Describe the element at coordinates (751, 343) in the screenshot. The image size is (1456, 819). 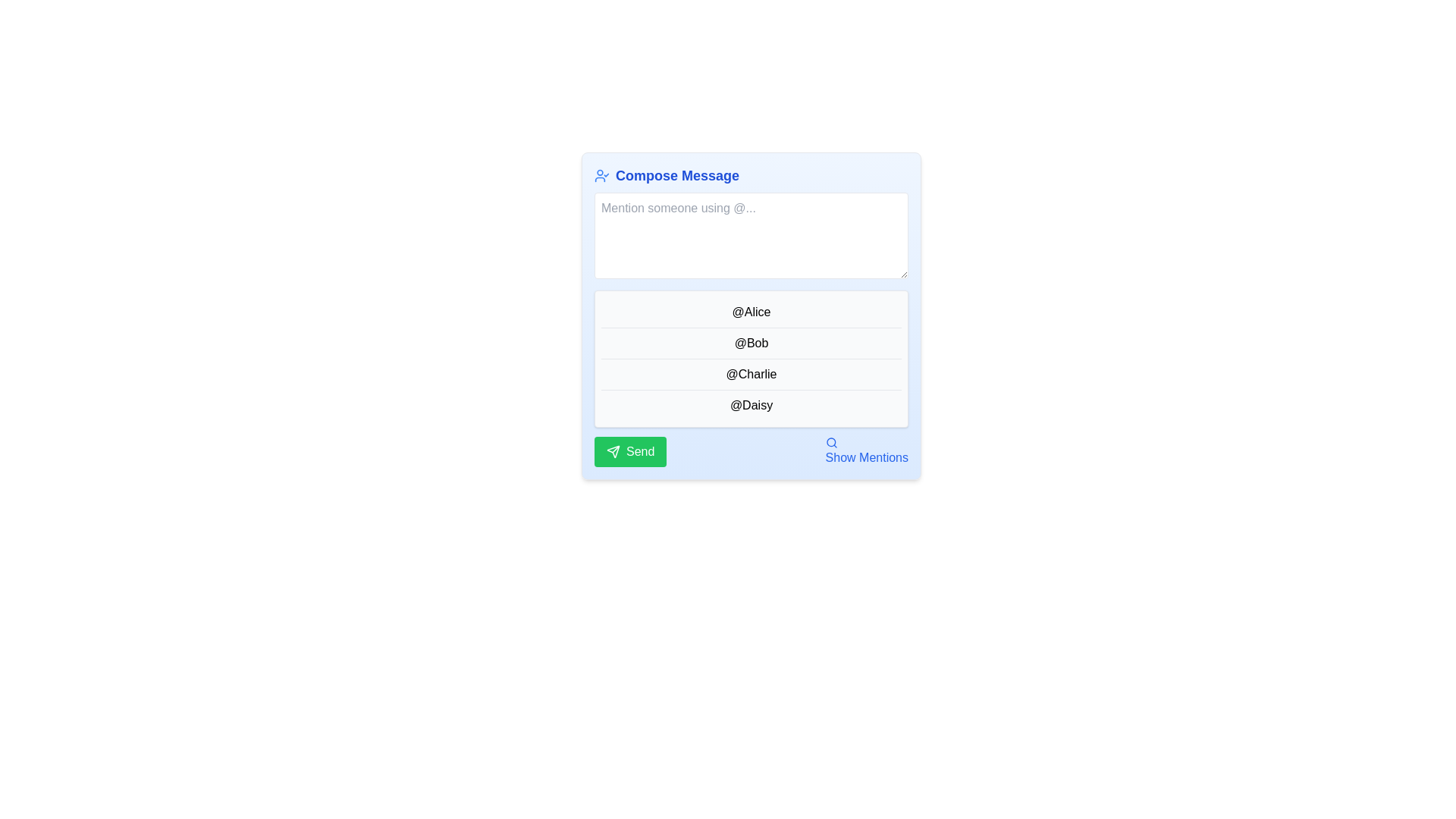
I see `the selectable user mention '@Bob', which is the second item in the list under the message-composition interface` at that location.